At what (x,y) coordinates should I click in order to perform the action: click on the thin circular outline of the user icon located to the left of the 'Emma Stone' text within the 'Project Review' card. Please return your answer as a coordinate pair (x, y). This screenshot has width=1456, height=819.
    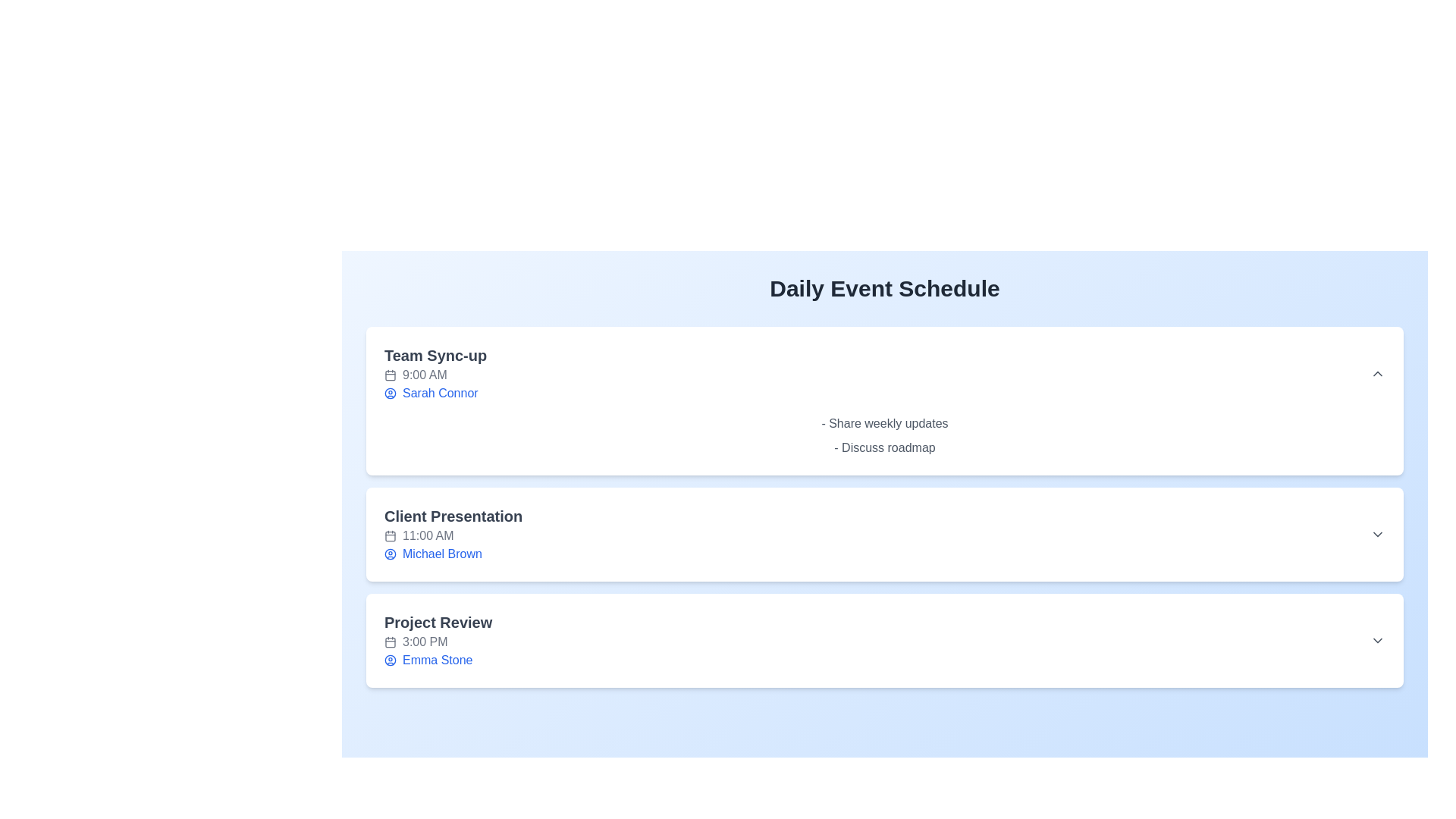
    Looking at the image, I should click on (390, 660).